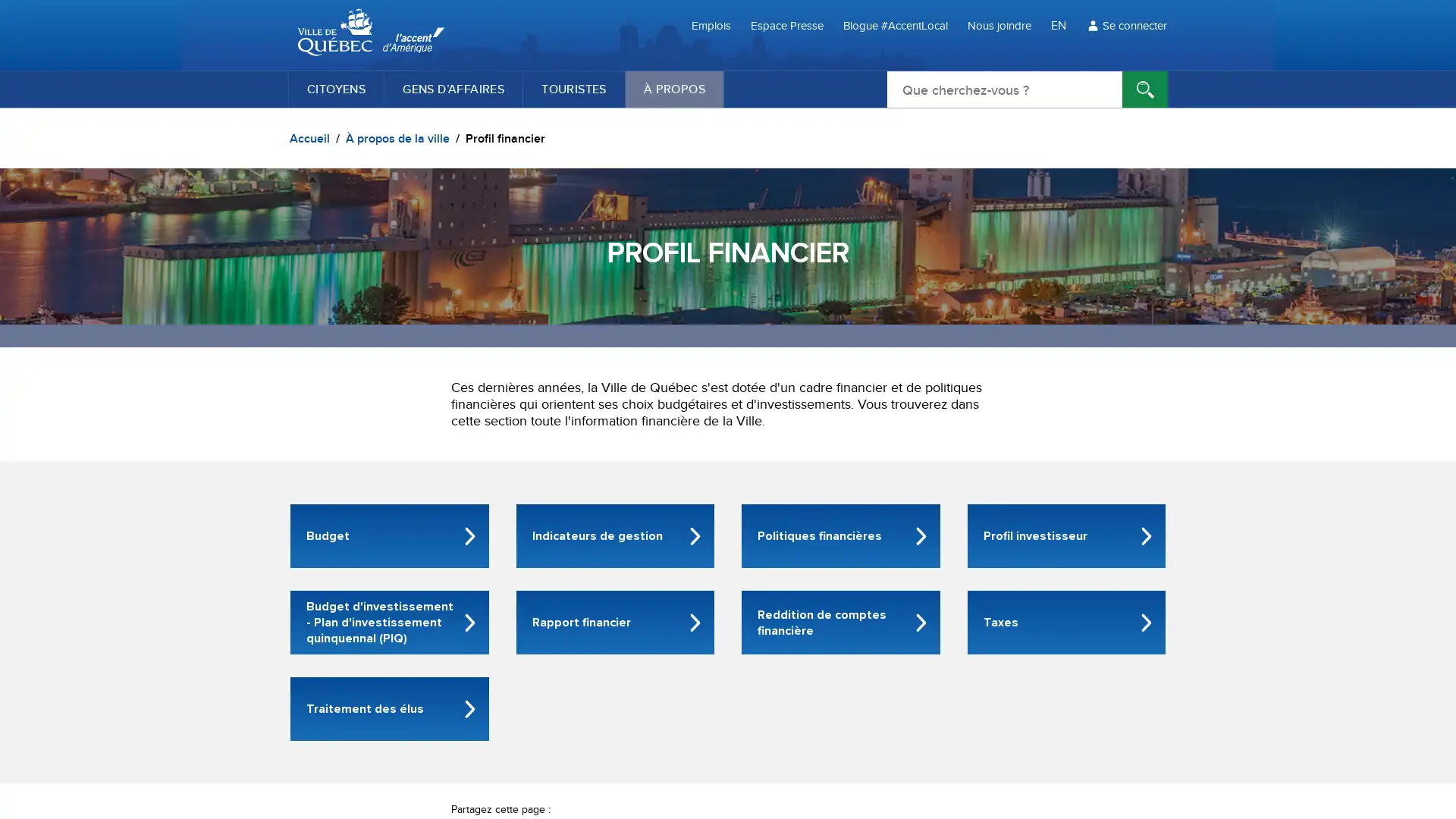  What do you see at coordinates (1145, 89) in the screenshot?
I see `Rechercher` at bounding box center [1145, 89].